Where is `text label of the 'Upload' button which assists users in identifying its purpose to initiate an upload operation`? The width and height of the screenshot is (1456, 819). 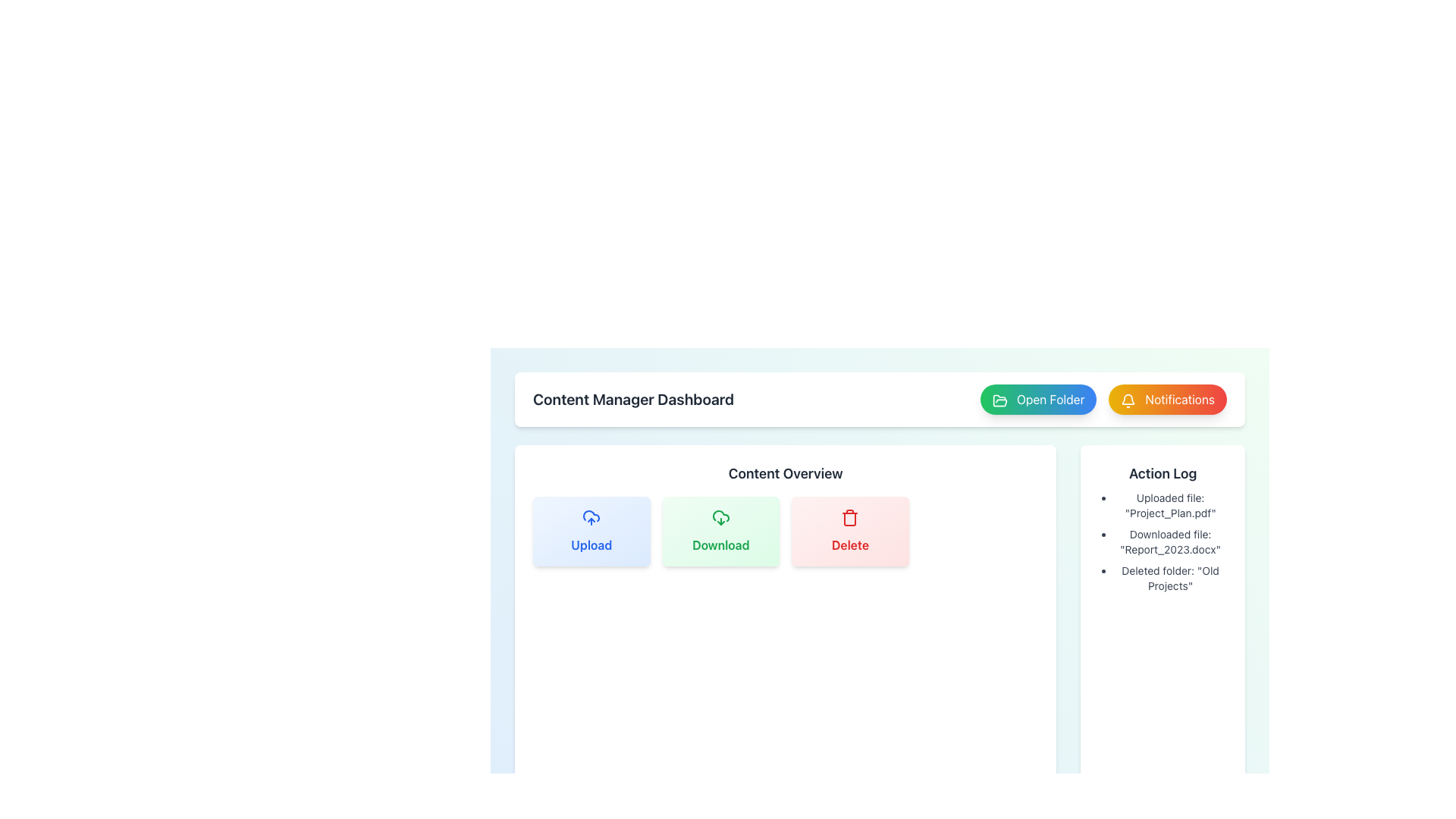 text label of the 'Upload' button which assists users in identifying its purpose to initiate an upload operation is located at coordinates (591, 544).